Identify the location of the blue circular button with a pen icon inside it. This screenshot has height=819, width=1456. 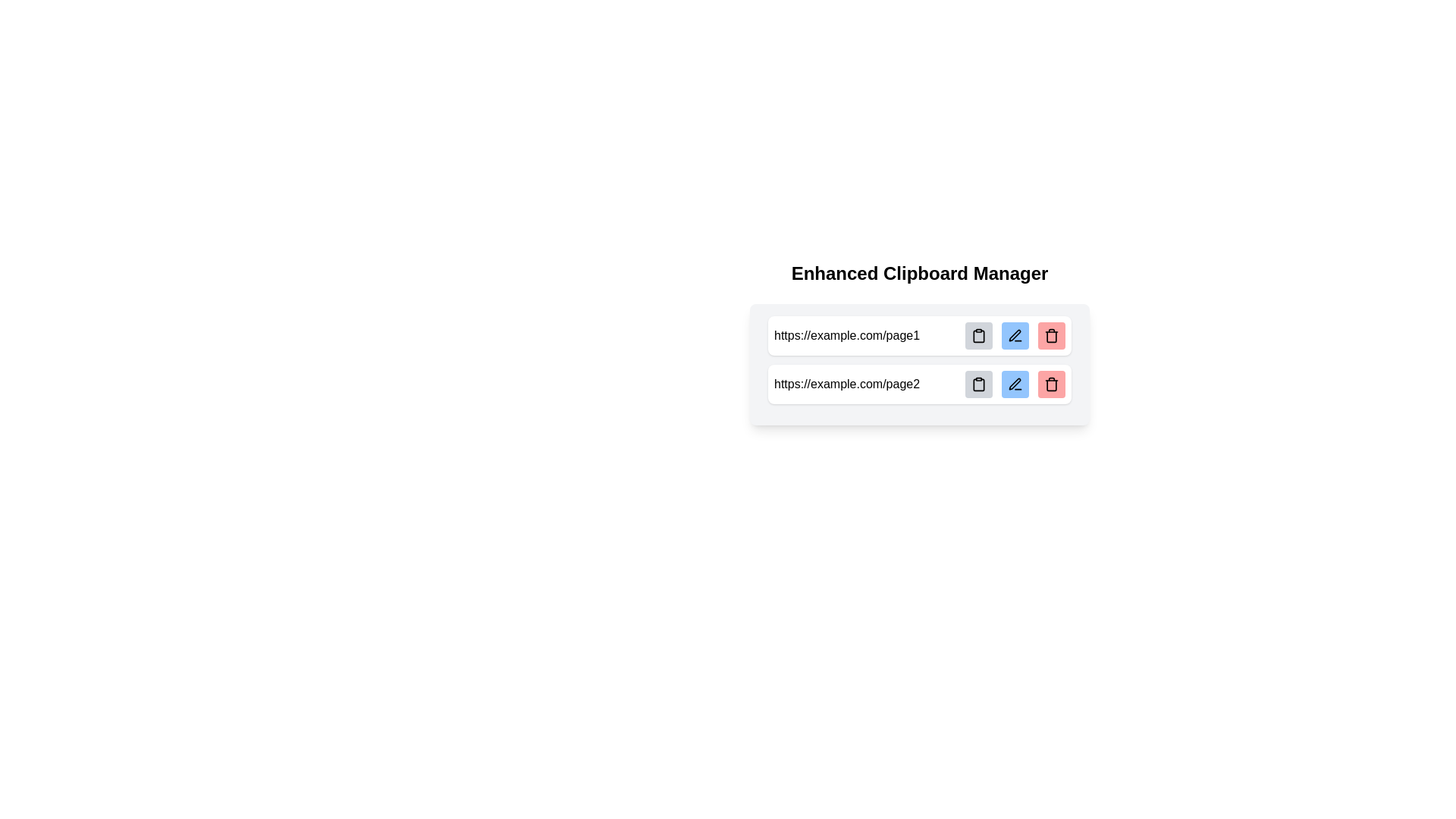
(1015, 335).